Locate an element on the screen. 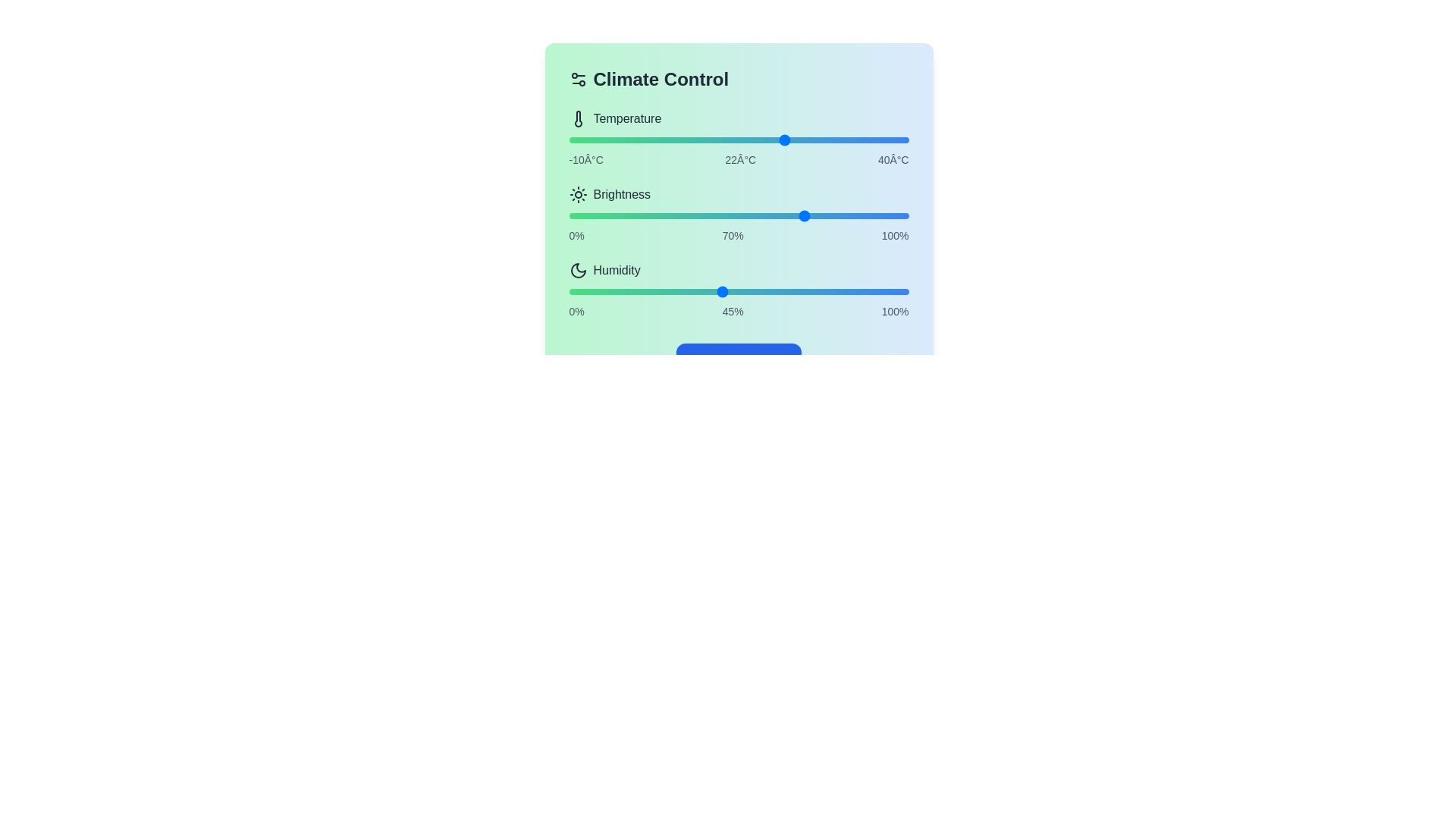 The image size is (1456, 819). the humidity is located at coordinates (651, 292).